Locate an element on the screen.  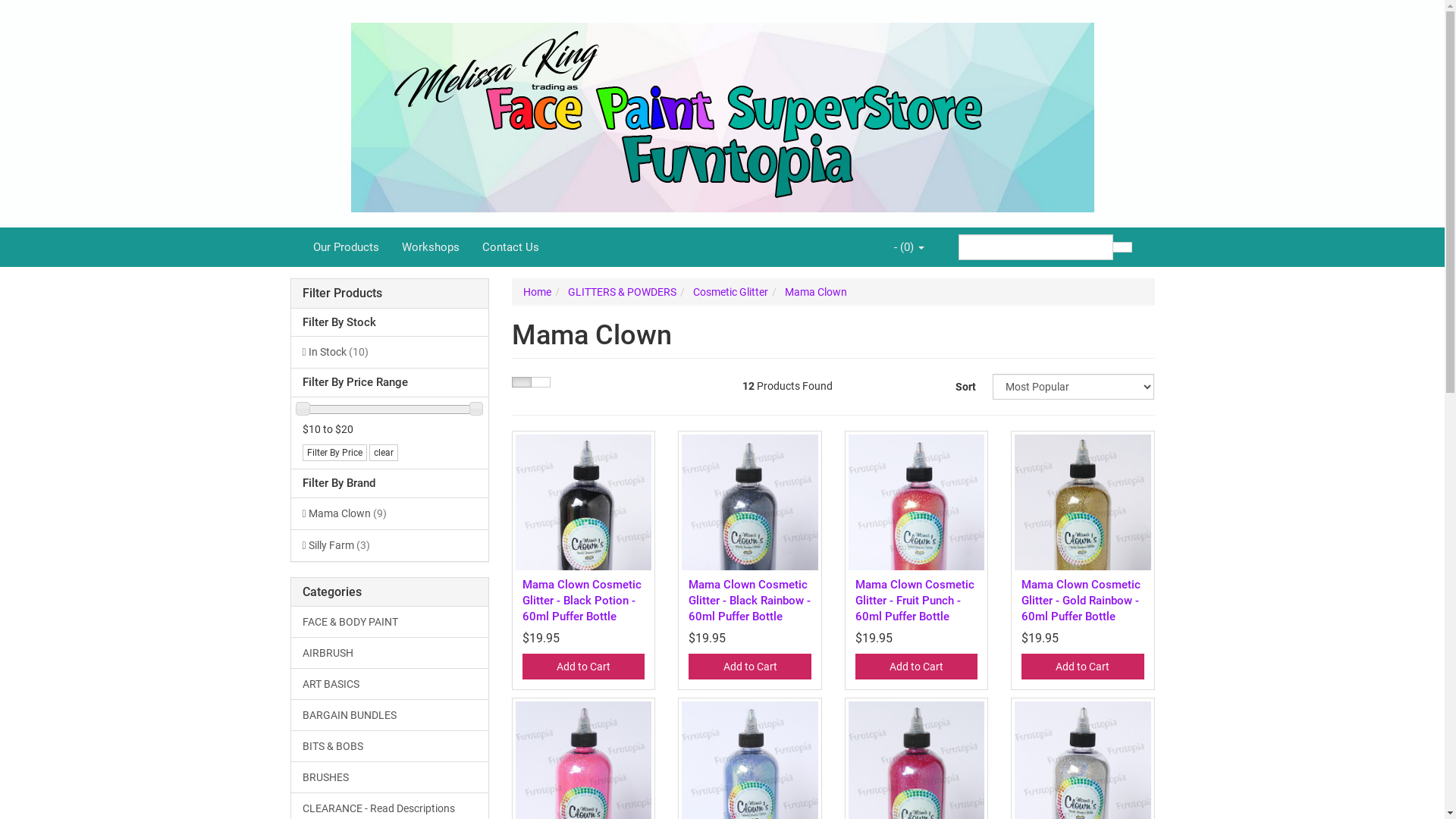
'Silly Farm (3)' is located at coordinates (390, 544).